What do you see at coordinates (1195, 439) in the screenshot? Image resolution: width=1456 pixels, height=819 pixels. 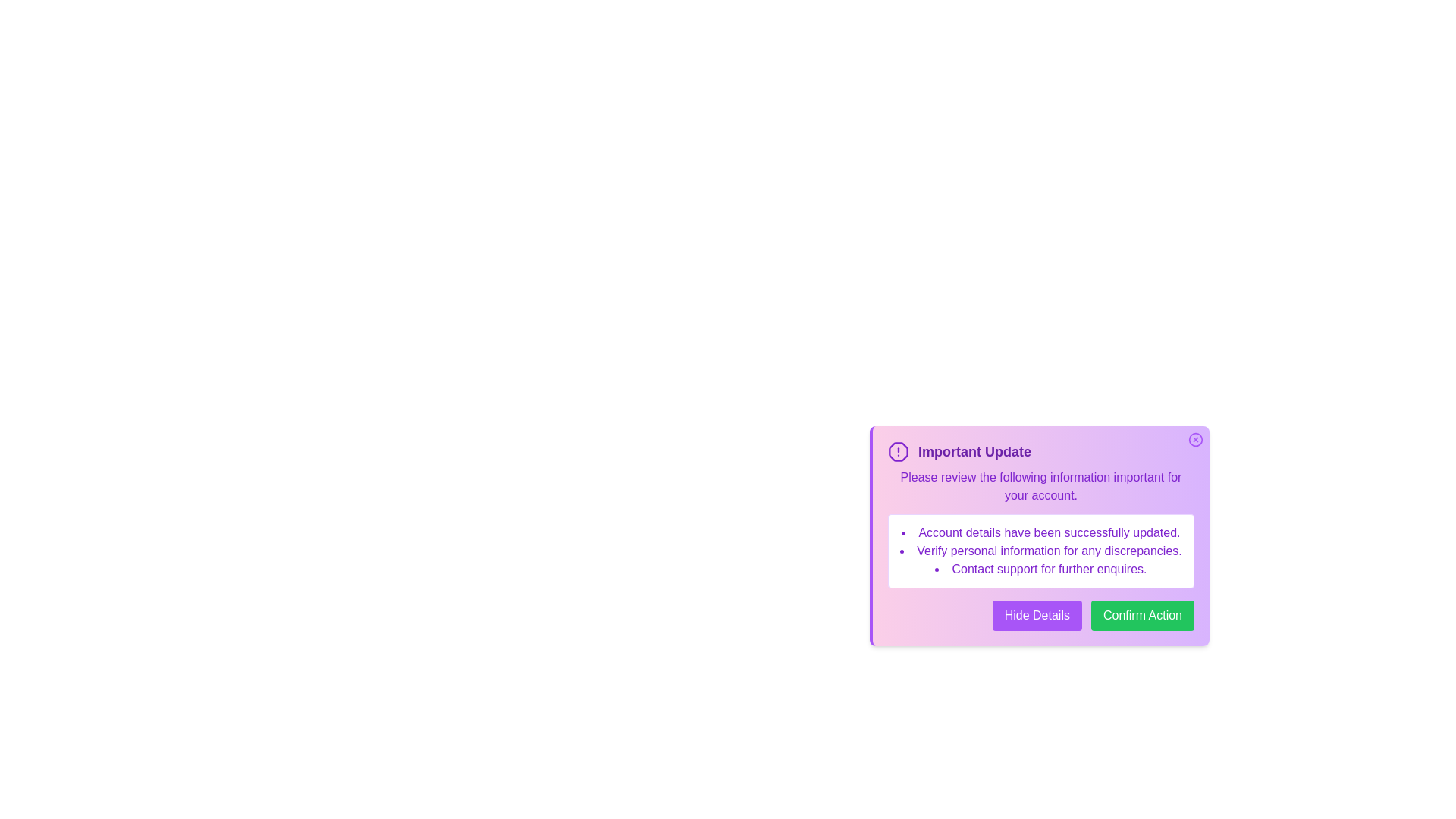 I see `the close button at the top-right corner of the alert box` at bounding box center [1195, 439].